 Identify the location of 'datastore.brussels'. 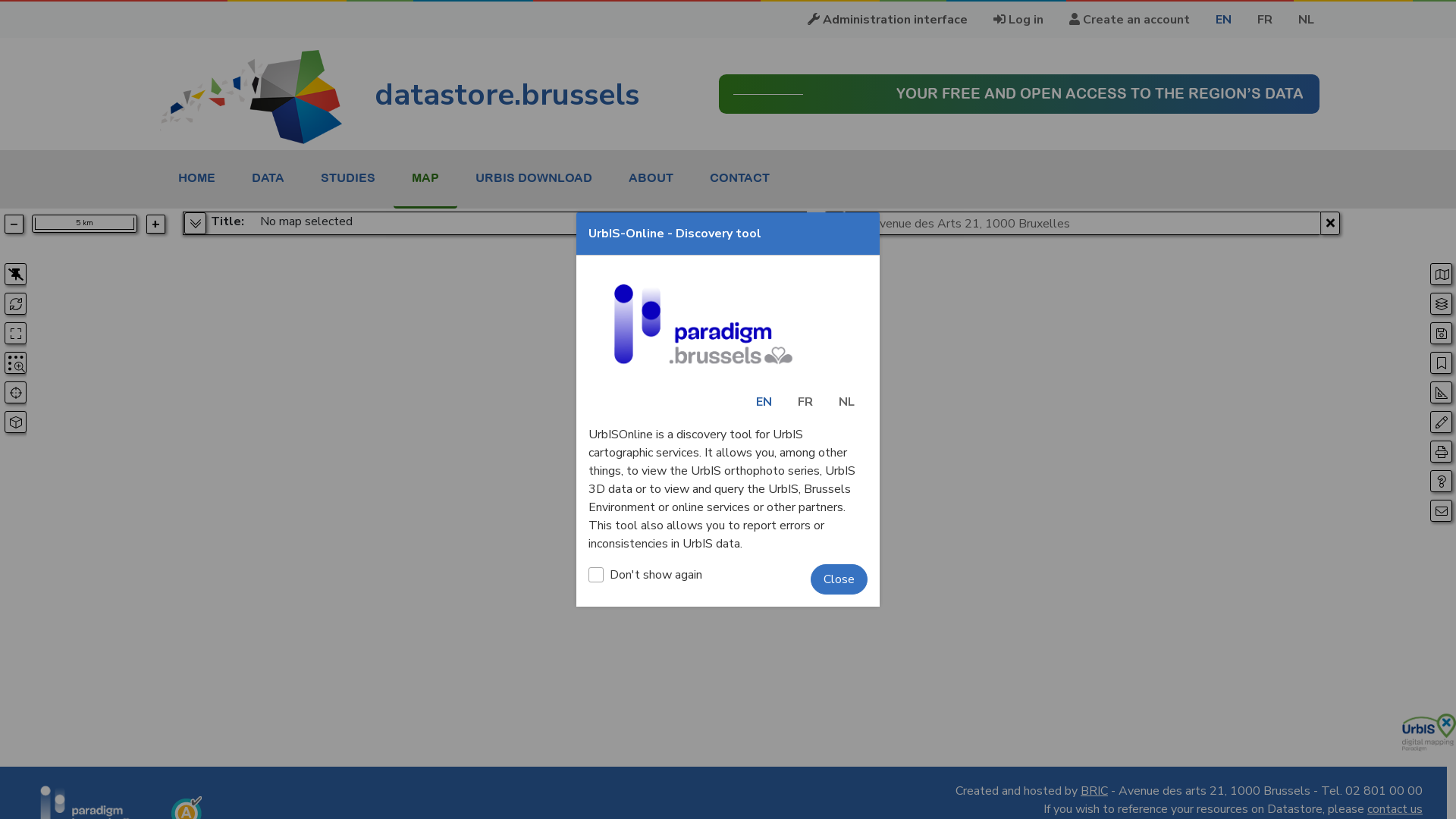
(400, 94).